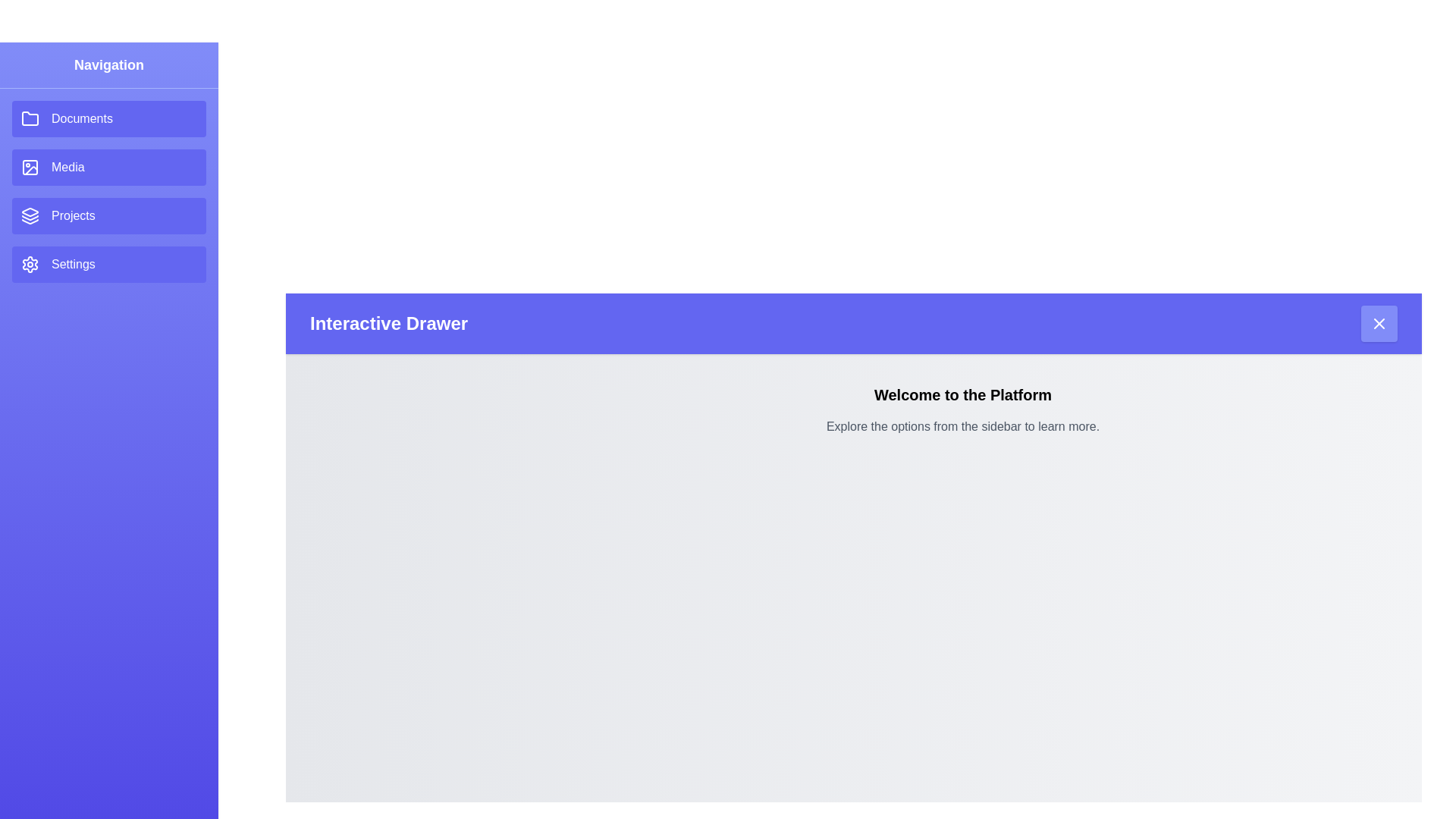  I want to click on the menu button to toggle the drawer's state, so click(1379, 323).